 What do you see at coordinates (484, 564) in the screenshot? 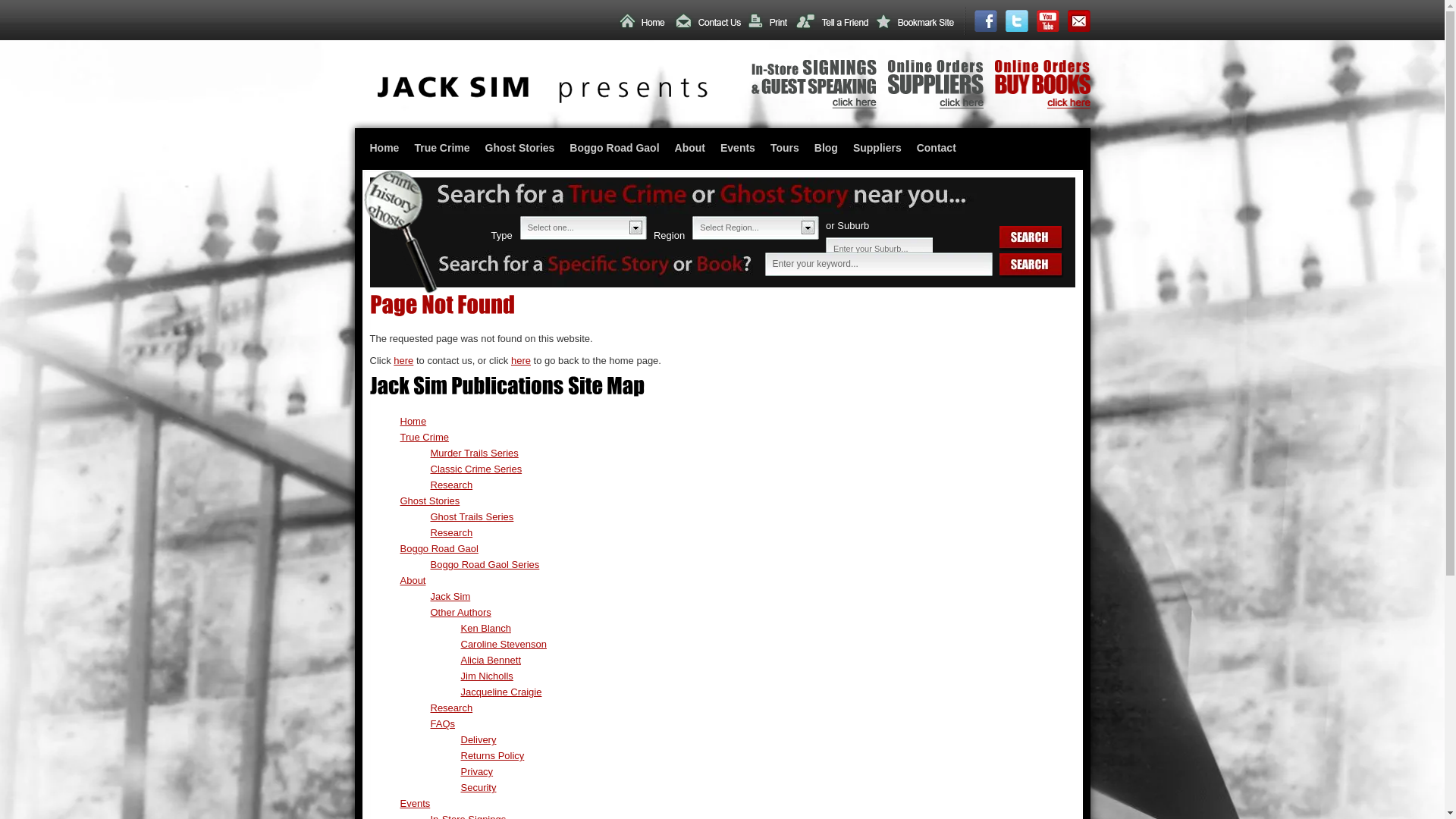
I see `'Boggo Road Gaol Series'` at bounding box center [484, 564].